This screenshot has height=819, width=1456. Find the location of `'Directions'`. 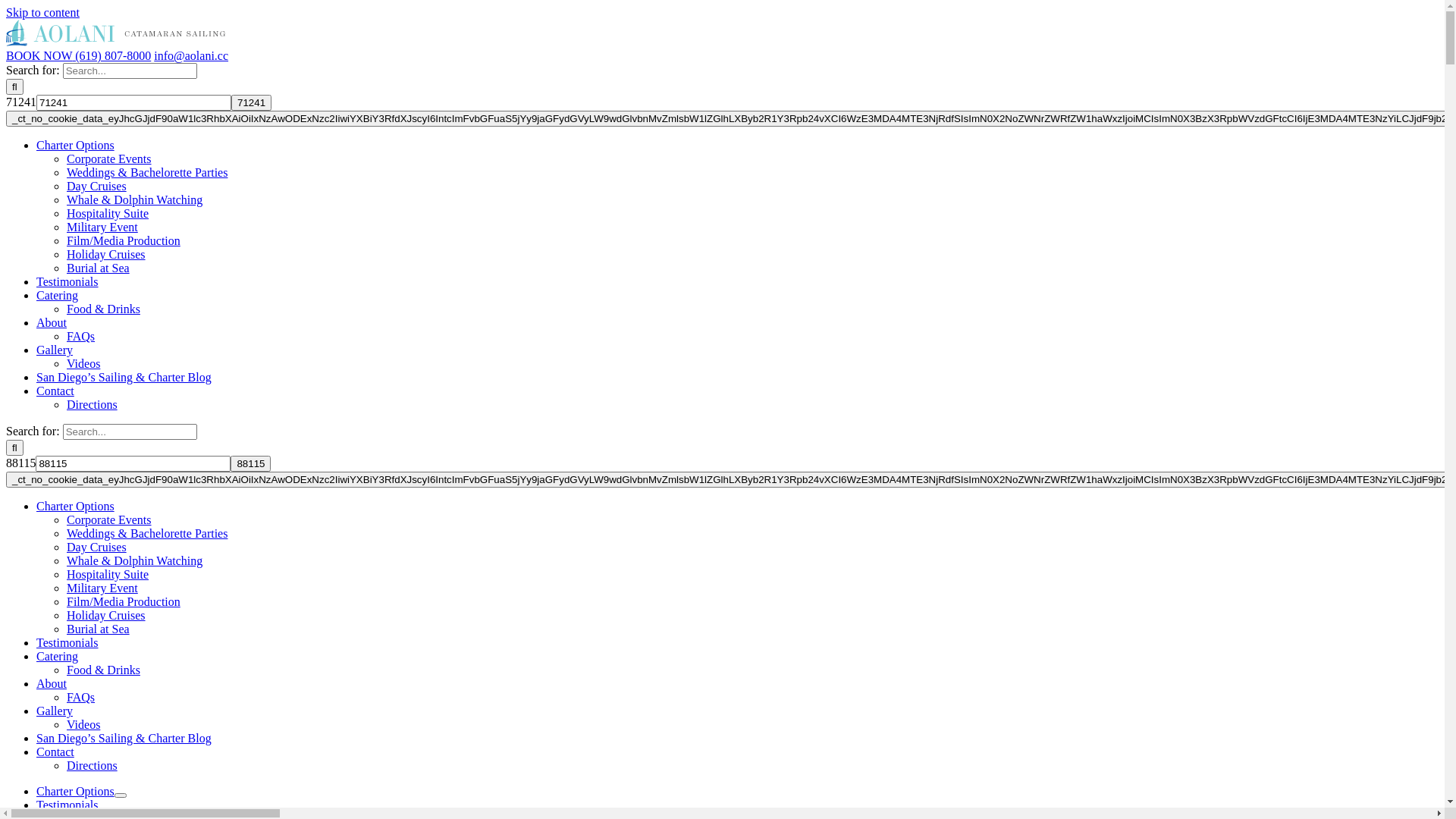

'Directions' is located at coordinates (91, 765).